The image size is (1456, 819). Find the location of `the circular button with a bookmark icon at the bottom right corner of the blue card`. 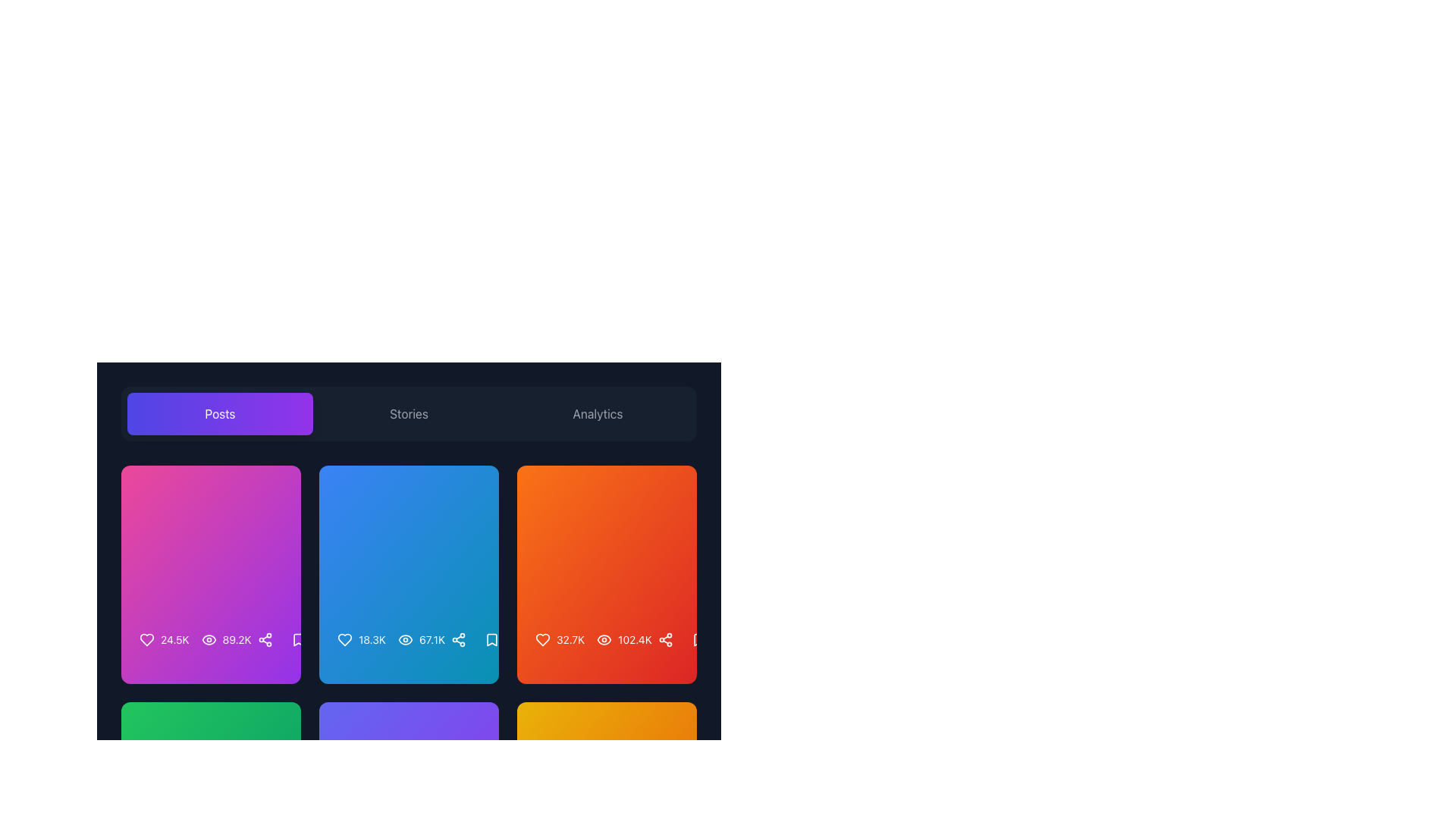

the circular button with a bookmark icon at the bottom right corner of the blue card is located at coordinates (491, 640).